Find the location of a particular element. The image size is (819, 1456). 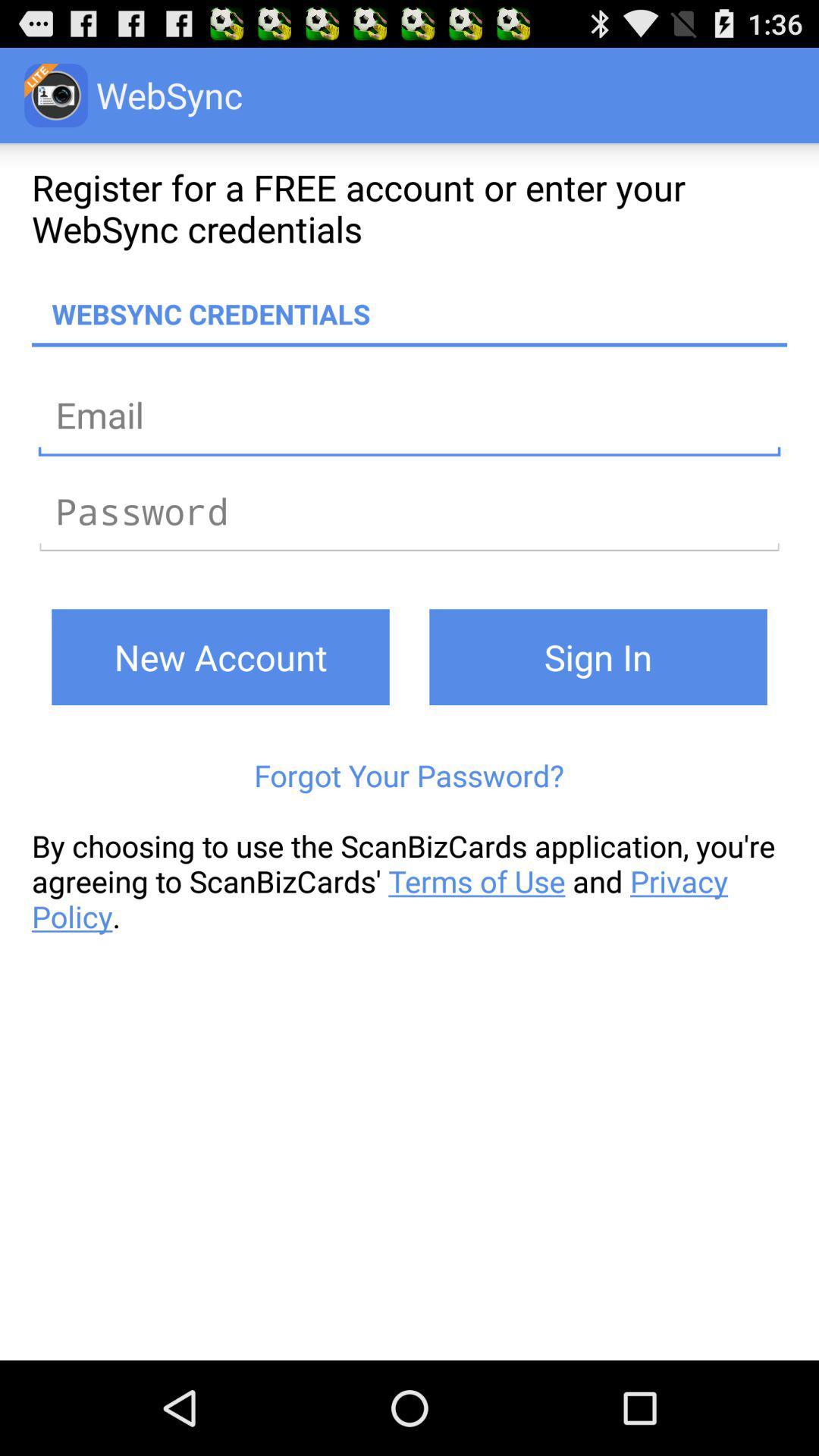

the button to the right of new account icon is located at coordinates (598, 657).